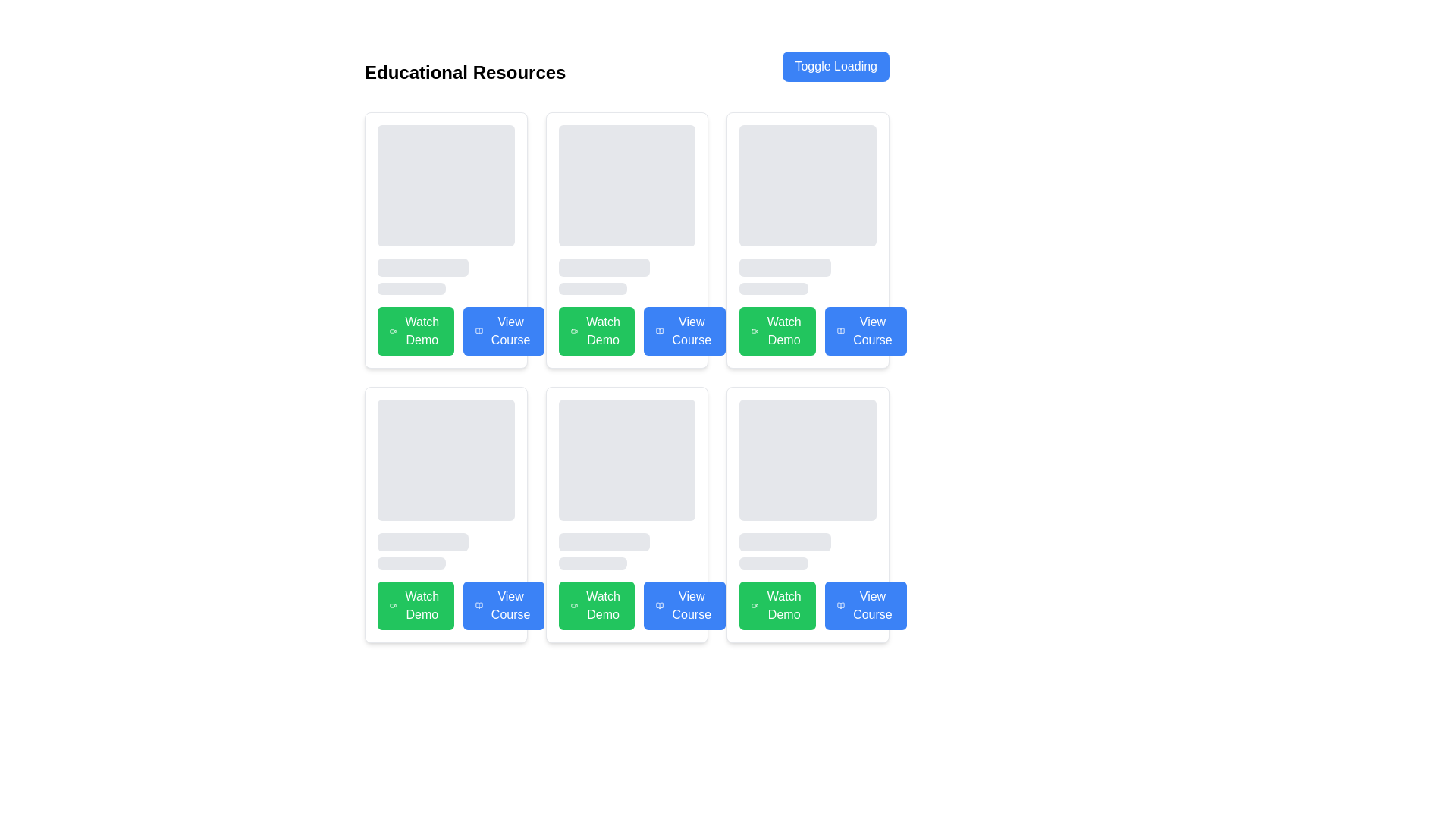  I want to click on the 'View Course' button, which has a blue background, rounded corners, white text, and a small book icon, located in the bottom-right of the card layout, following the 'Watch Demo' button, so click(683, 604).